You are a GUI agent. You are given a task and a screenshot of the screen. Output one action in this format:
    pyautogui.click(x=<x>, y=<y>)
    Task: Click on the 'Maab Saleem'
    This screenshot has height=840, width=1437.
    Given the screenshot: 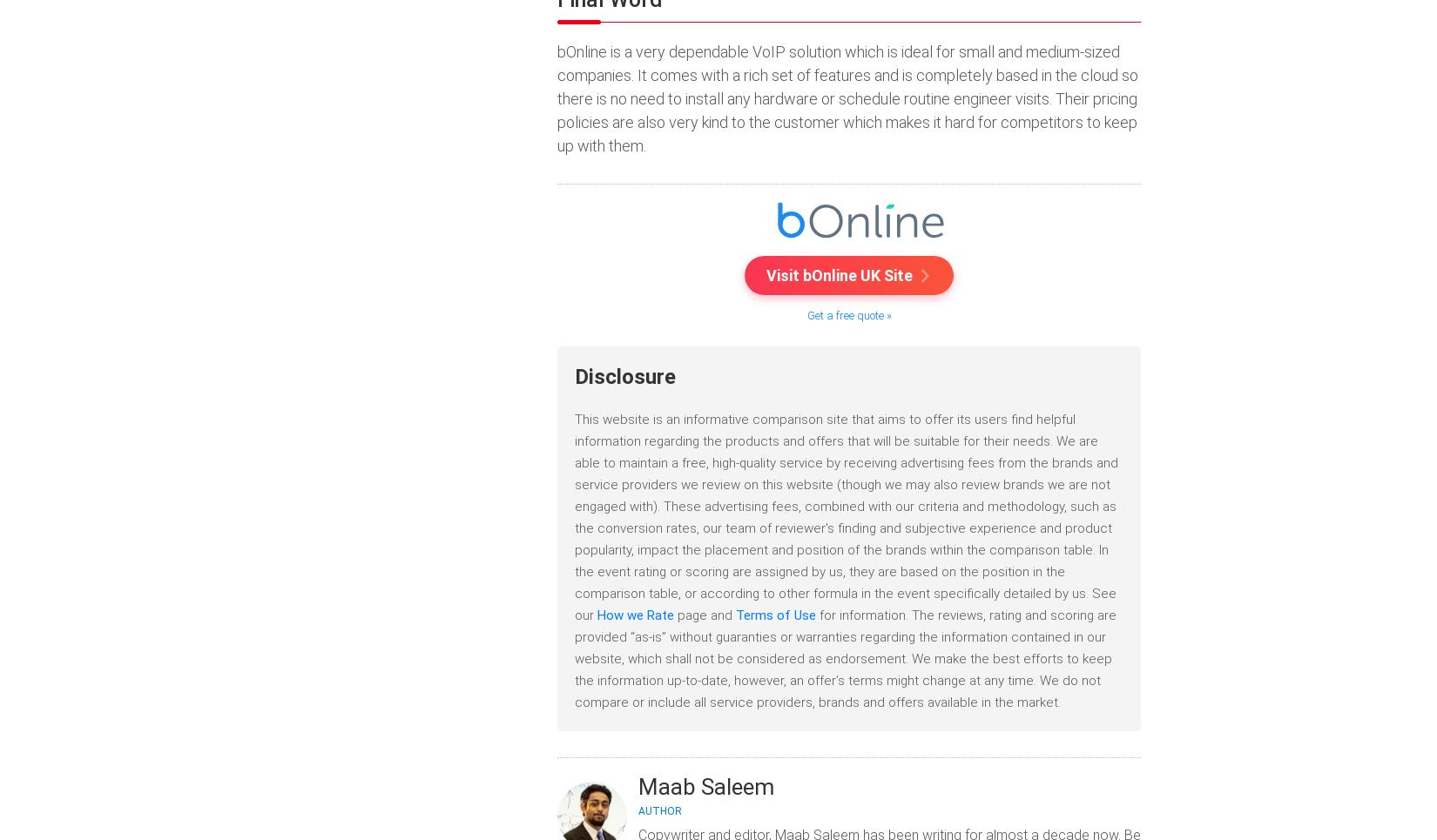 What is the action you would take?
    pyautogui.click(x=637, y=785)
    